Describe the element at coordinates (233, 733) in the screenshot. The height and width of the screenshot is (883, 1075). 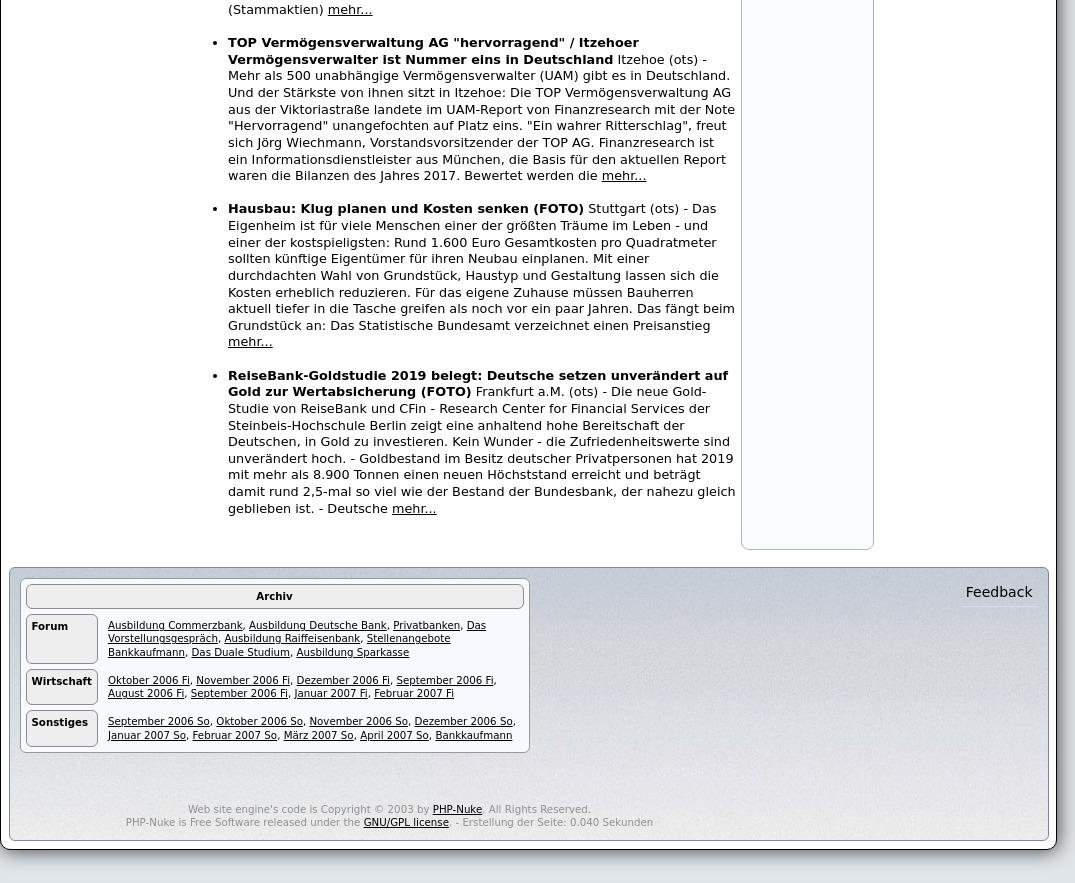
I see `'Februar 2007 So'` at that location.